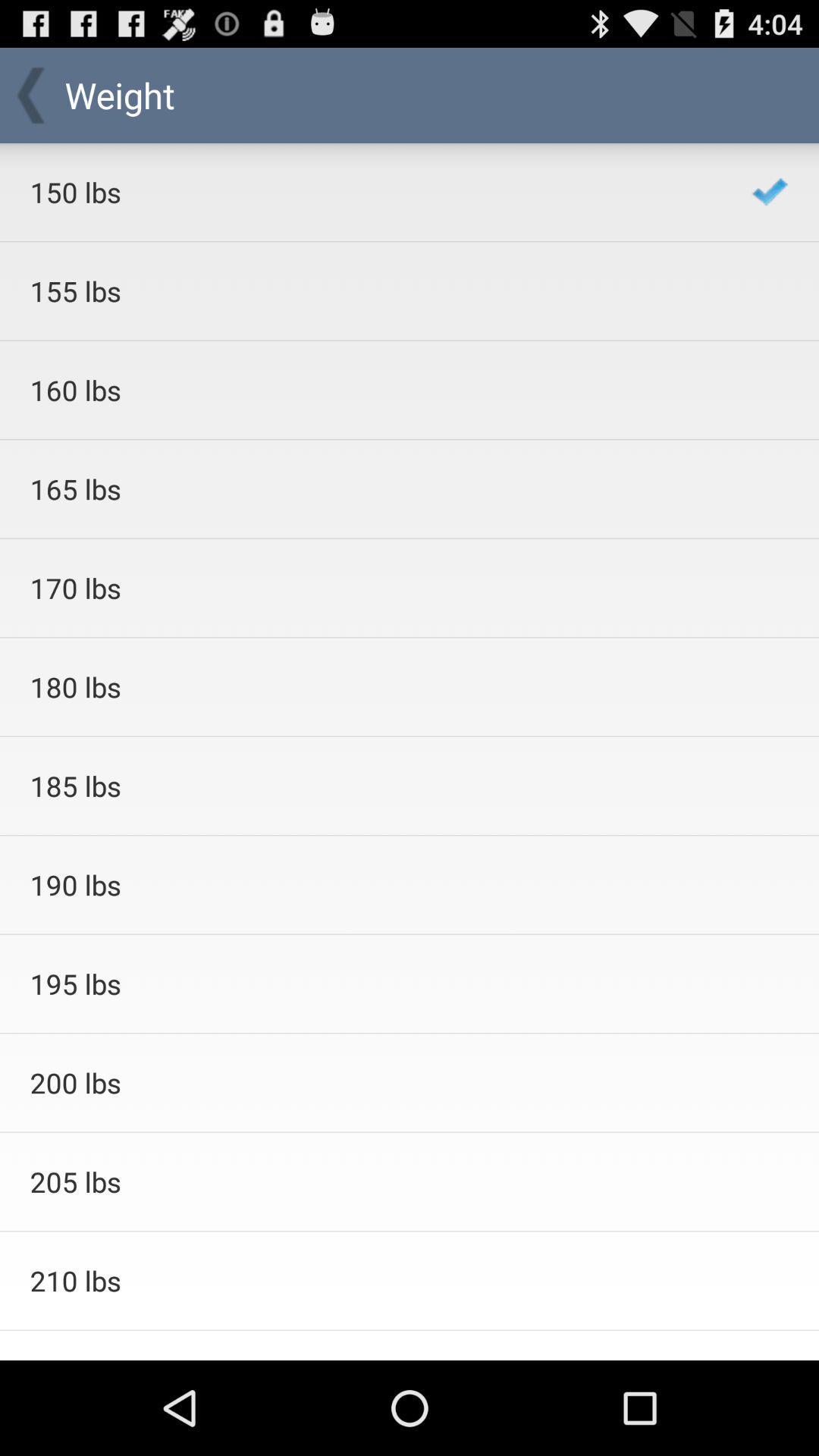 The height and width of the screenshot is (1456, 819). What do you see at coordinates (371, 984) in the screenshot?
I see `item below 190 lbs` at bounding box center [371, 984].